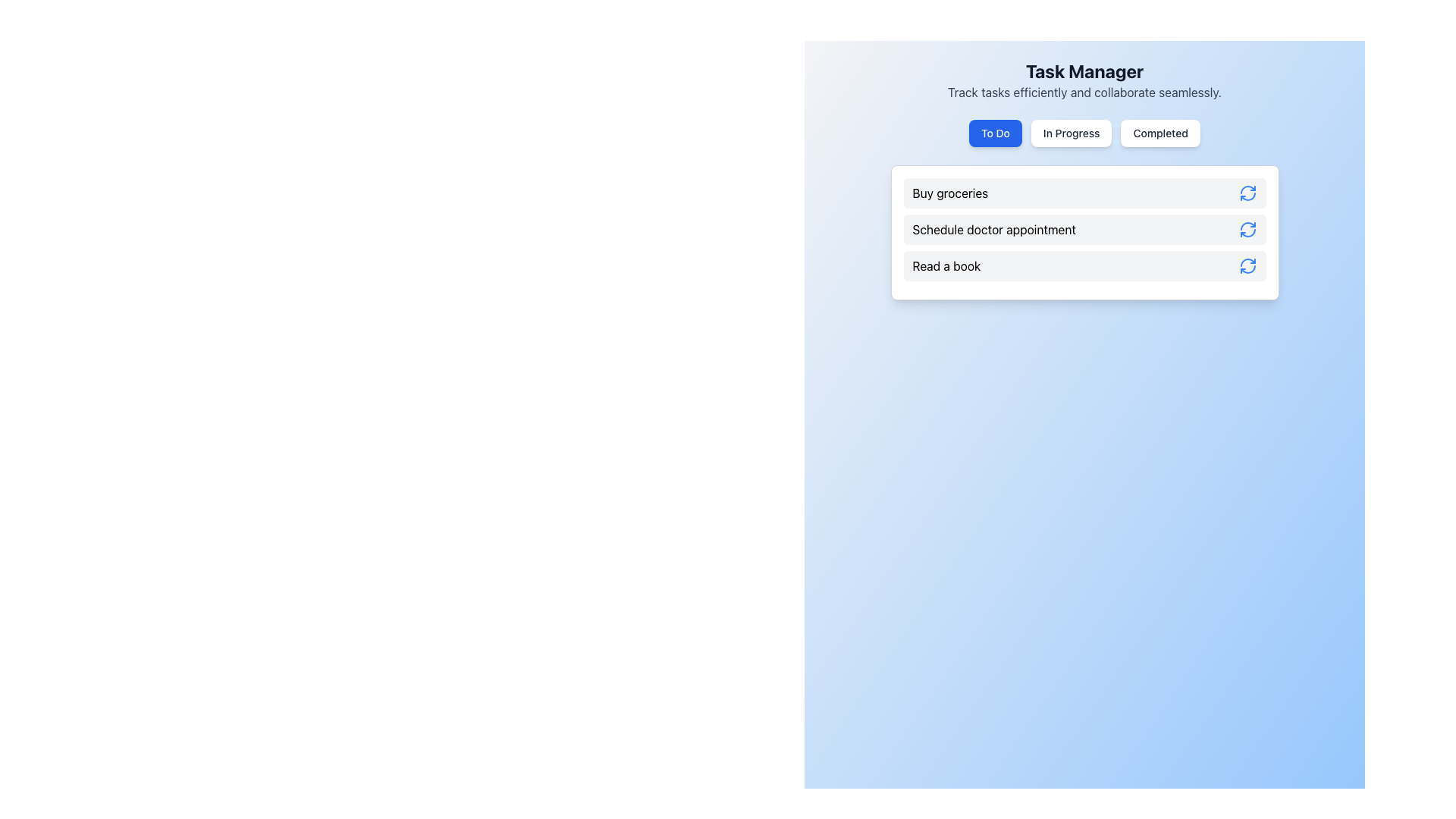 The width and height of the screenshot is (1456, 819). What do you see at coordinates (996, 133) in the screenshot?
I see `the 'To Do' tab button, which is the first of three horizontally aligned buttons at the top section of the interface` at bounding box center [996, 133].